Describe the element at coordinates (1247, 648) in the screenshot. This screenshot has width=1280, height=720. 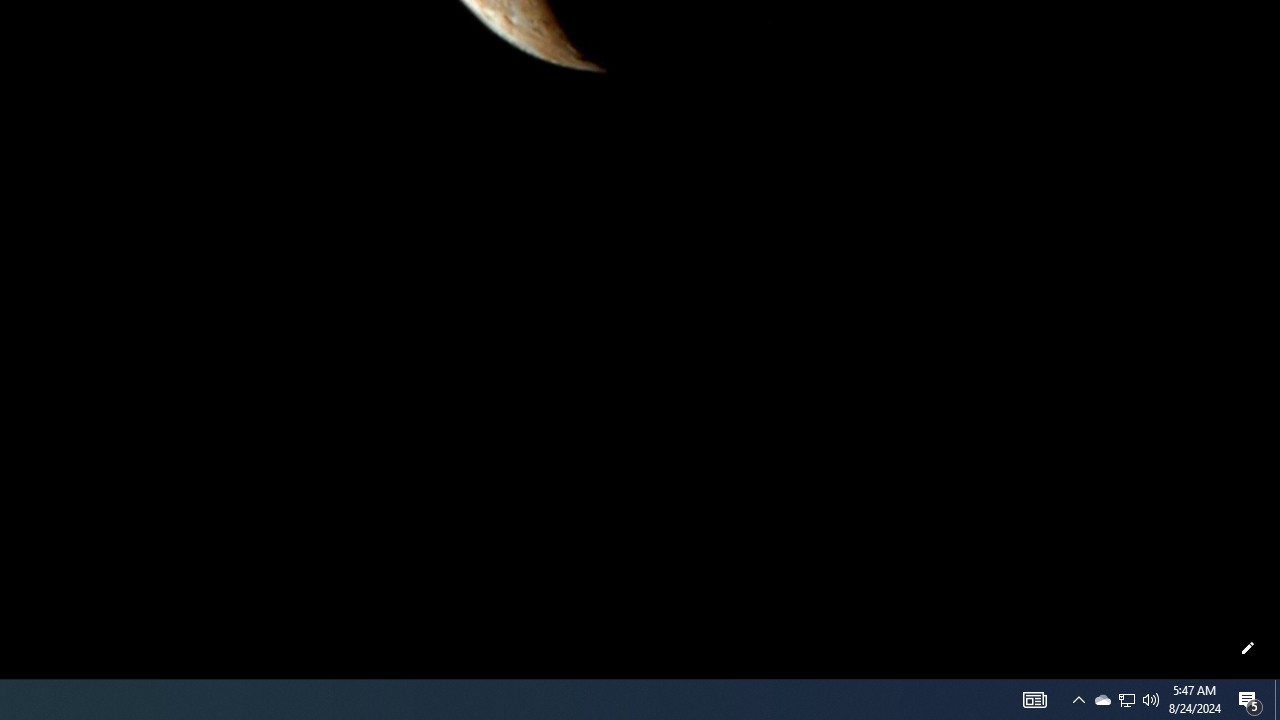
I see `'Customize this page'` at that location.